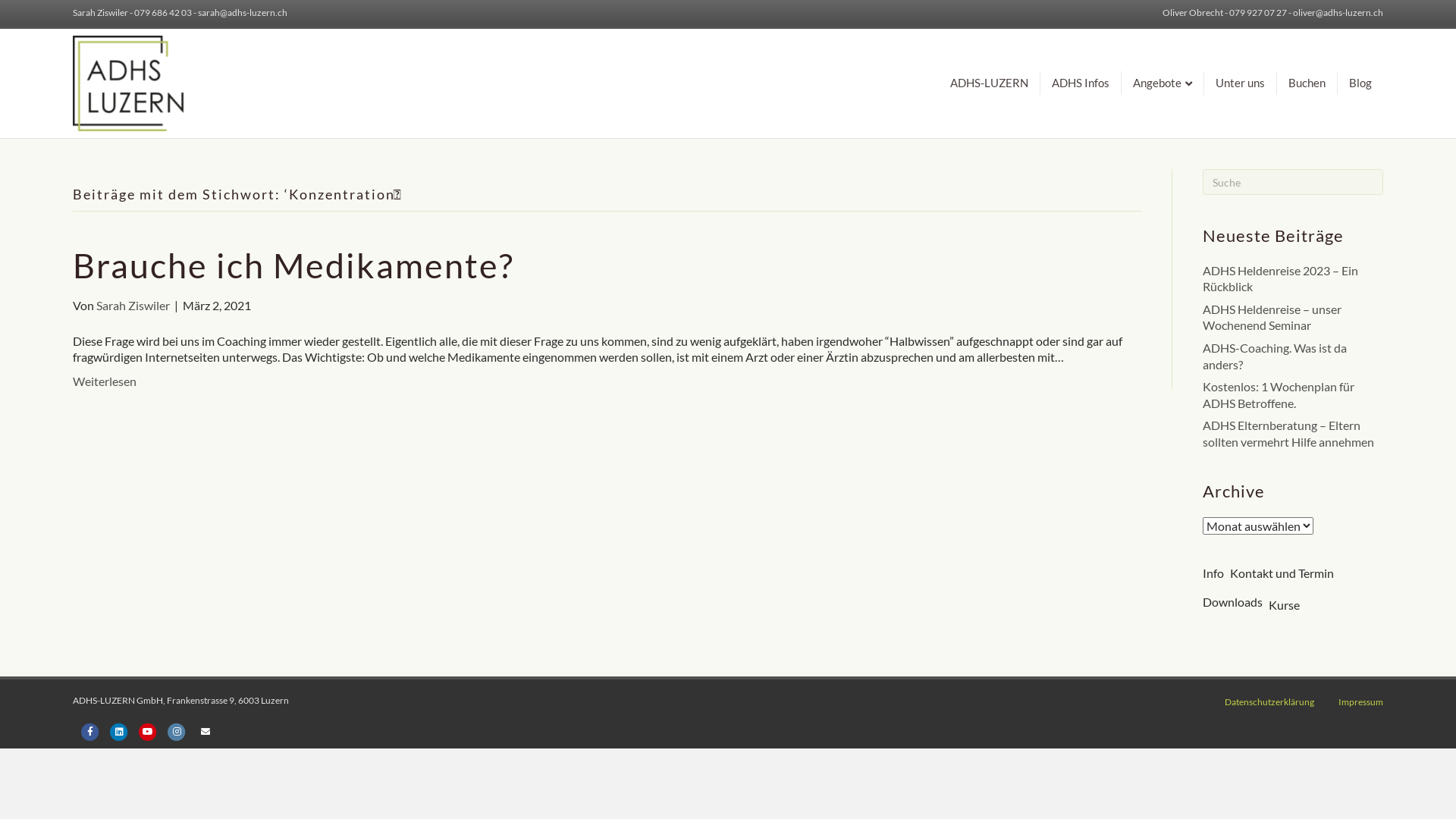 The height and width of the screenshot is (819, 1456). Describe the element at coordinates (1360, 708) in the screenshot. I see `'Impressum'` at that location.